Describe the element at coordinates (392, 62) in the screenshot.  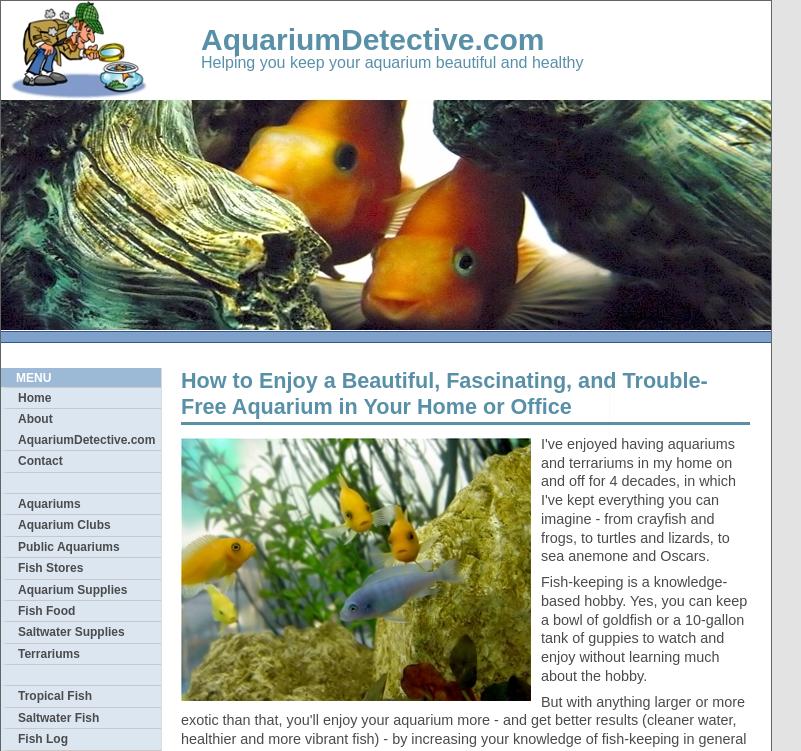
I see `'Helping you keep your aquarium beautiful and healthy'` at that location.